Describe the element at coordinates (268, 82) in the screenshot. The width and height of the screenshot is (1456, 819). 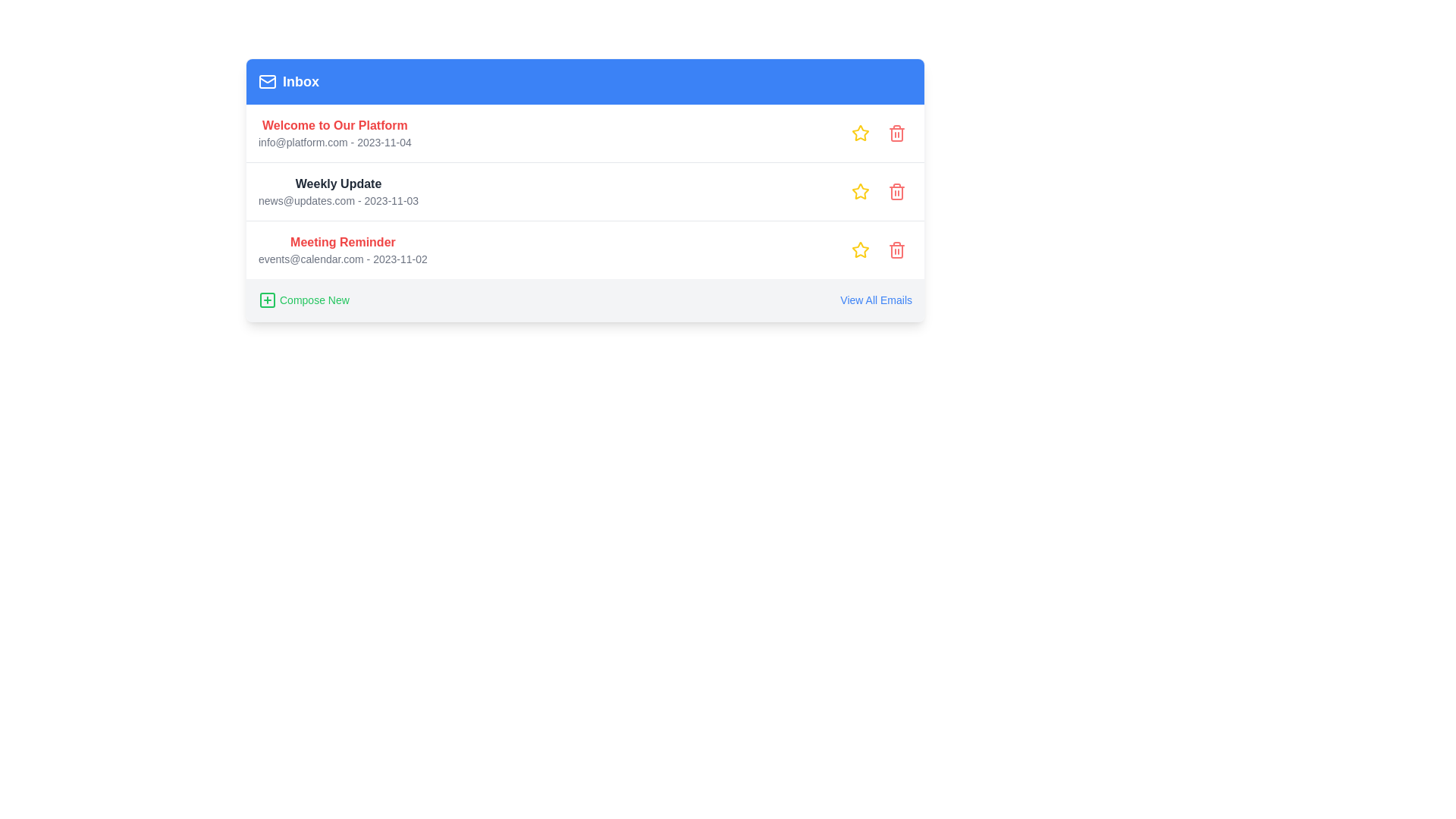
I see `the 'Inbox' icon located on the far left of the blue-colored header bar, which precedes the text label 'Inbox'` at that location.